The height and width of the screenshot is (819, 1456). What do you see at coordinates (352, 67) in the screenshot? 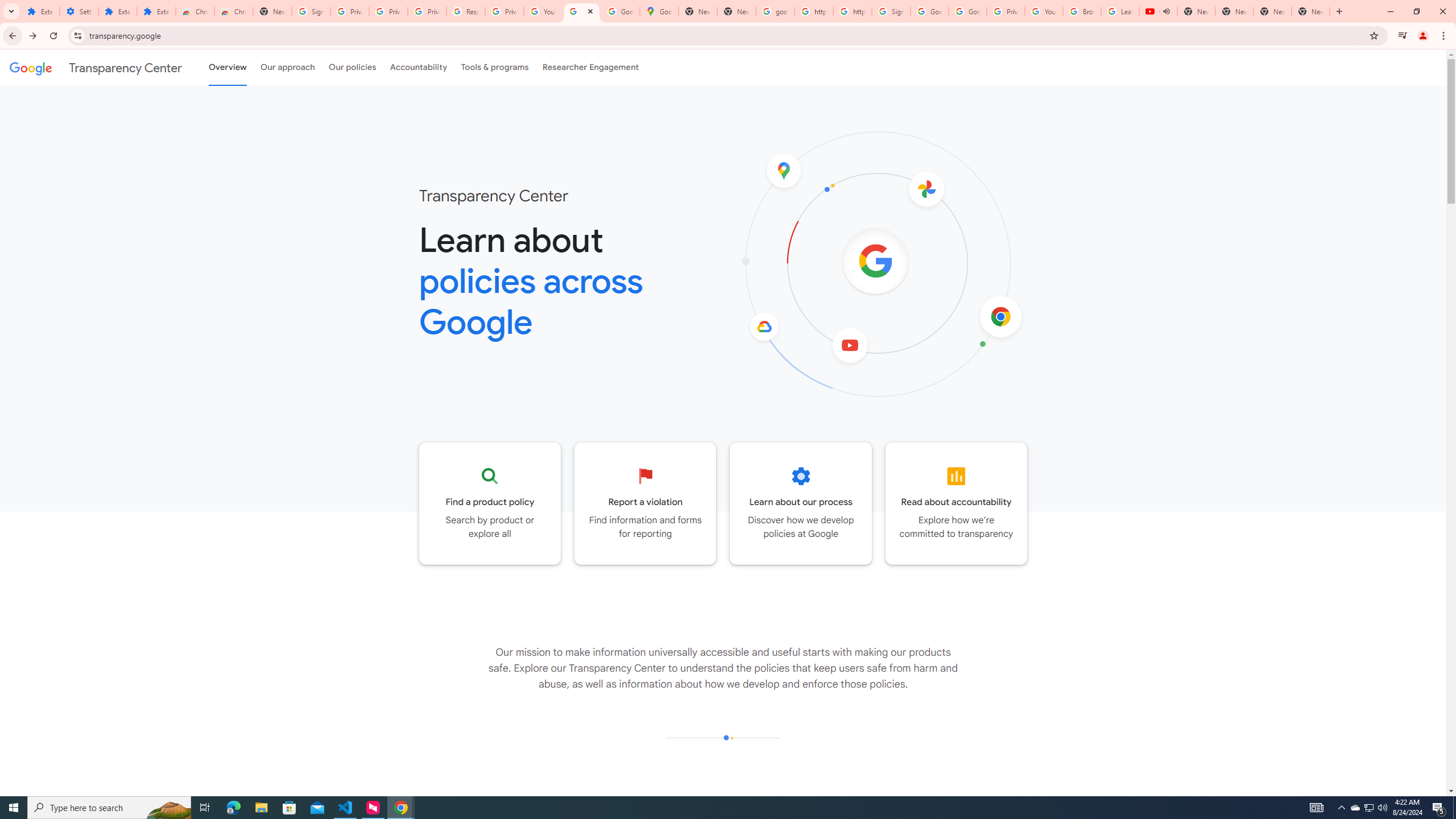
I see `'Our policies'` at bounding box center [352, 67].